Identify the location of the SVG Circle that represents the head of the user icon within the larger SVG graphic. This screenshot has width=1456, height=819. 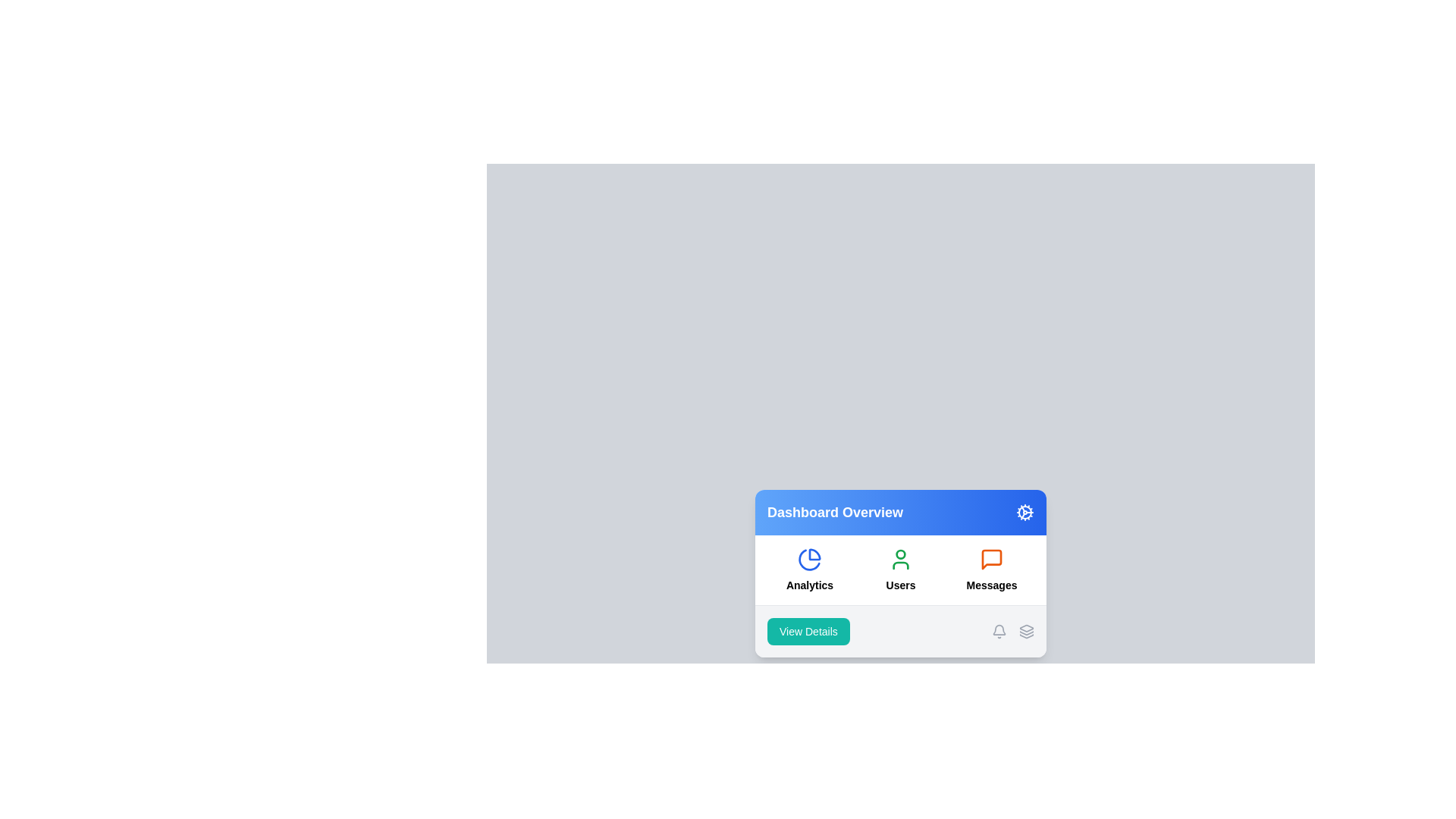
(901, 553).